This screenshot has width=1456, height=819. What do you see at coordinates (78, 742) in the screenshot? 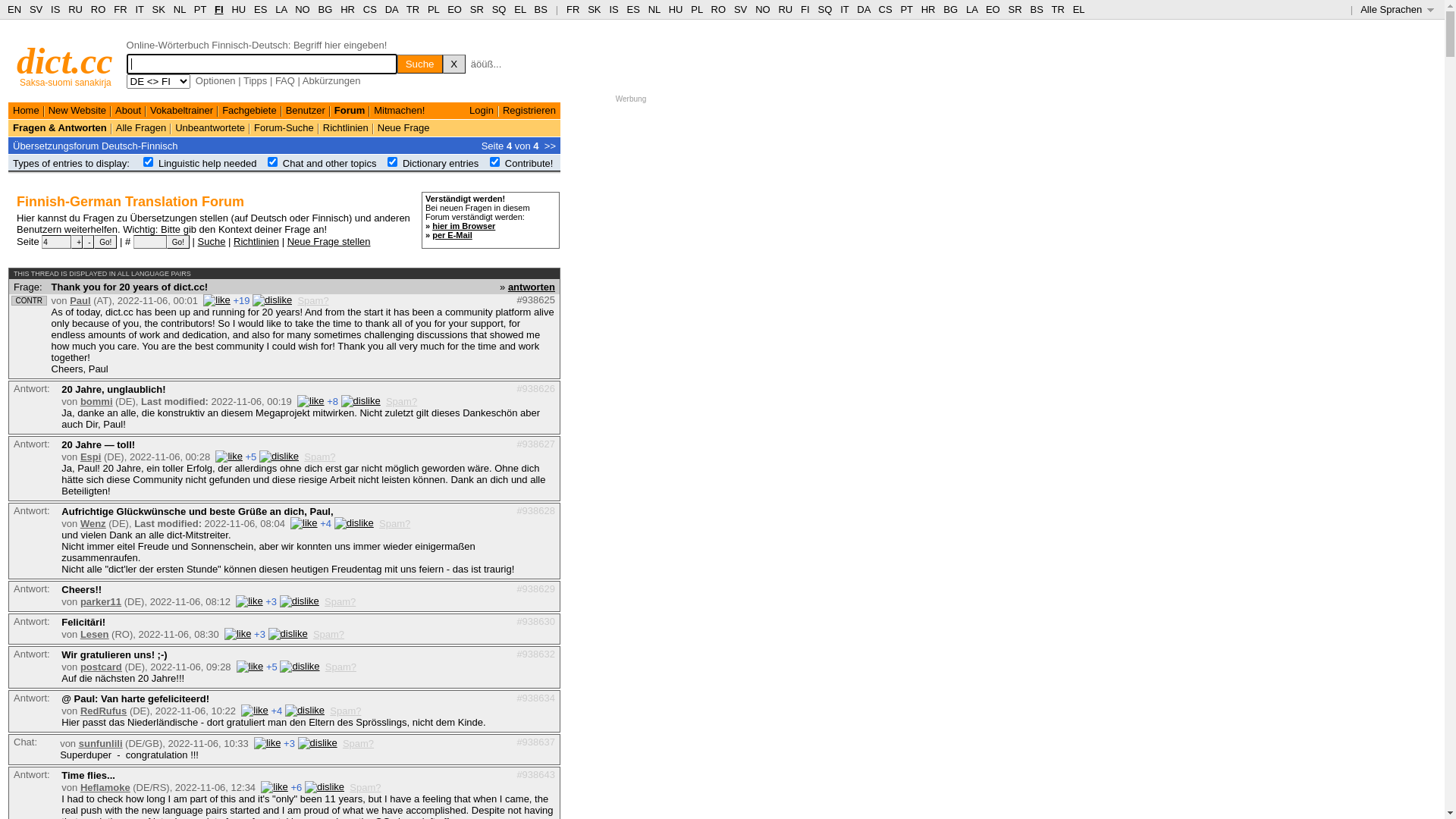
I see `'sunfunlili'` at bounding box center [78, 742].